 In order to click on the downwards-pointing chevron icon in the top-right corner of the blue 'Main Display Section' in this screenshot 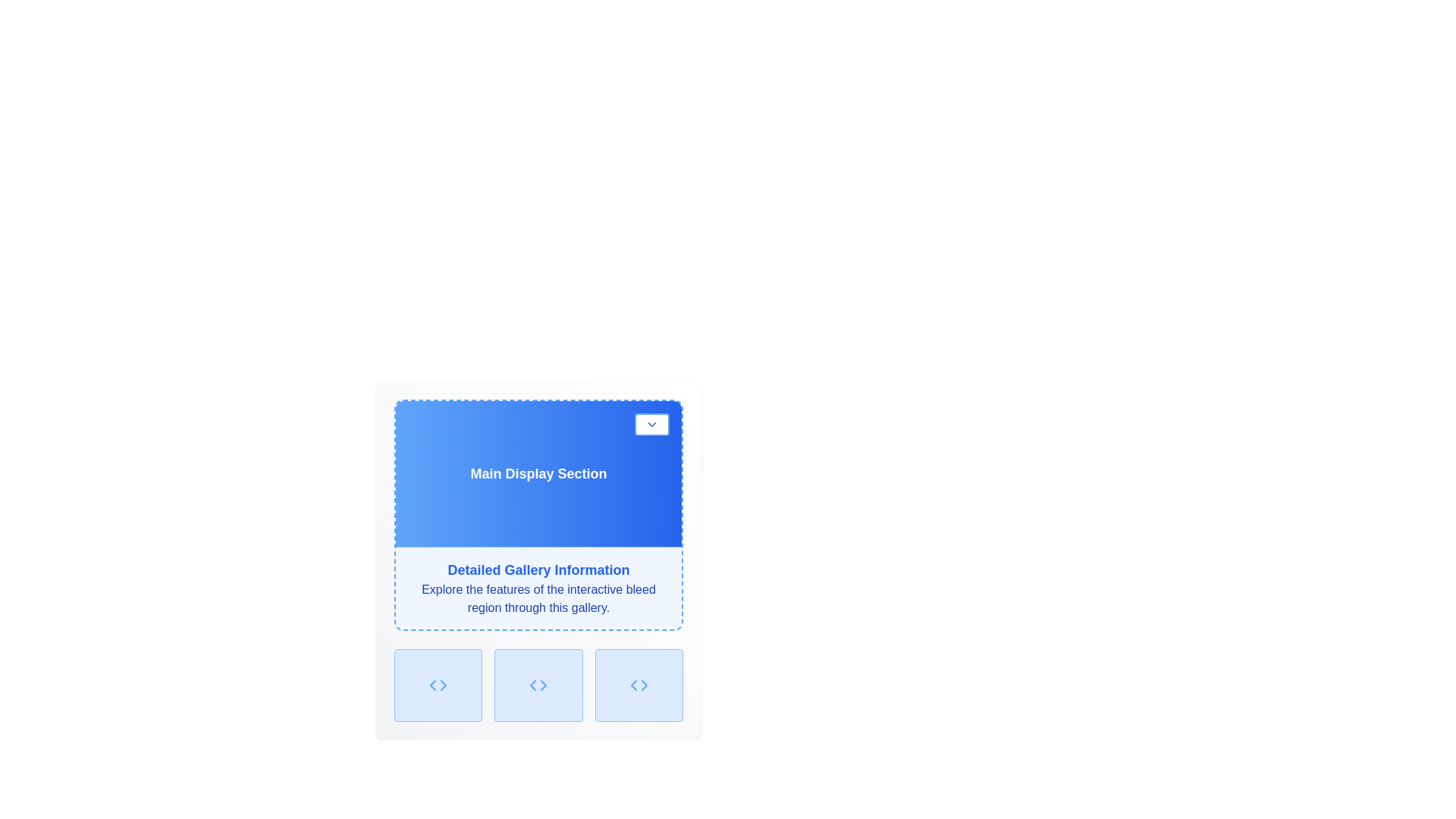, I will do `click(651, 424)`.